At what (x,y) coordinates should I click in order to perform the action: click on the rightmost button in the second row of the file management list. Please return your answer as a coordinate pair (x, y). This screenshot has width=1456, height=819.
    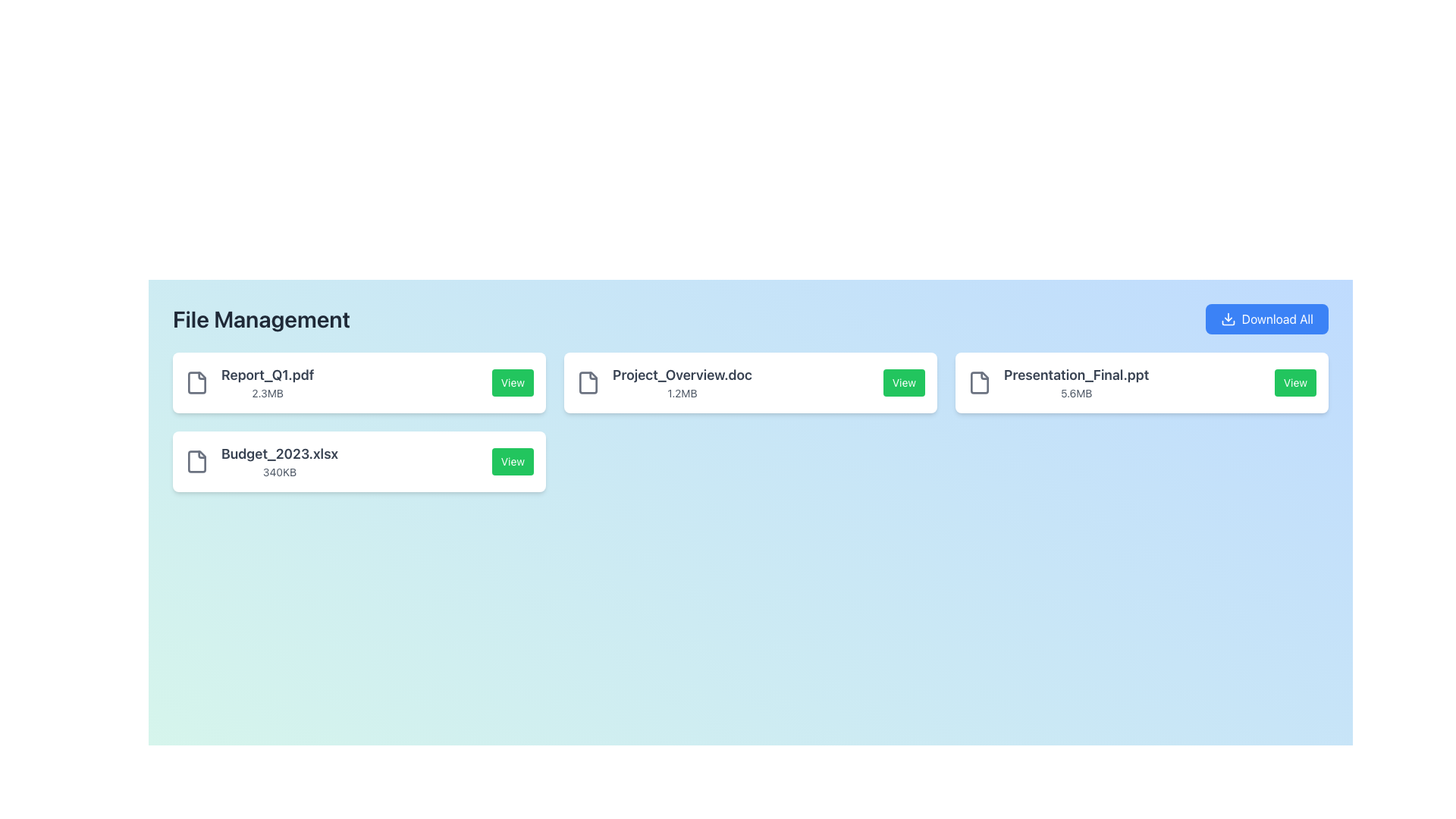
    Looking at the image, I should click on (513, 461).